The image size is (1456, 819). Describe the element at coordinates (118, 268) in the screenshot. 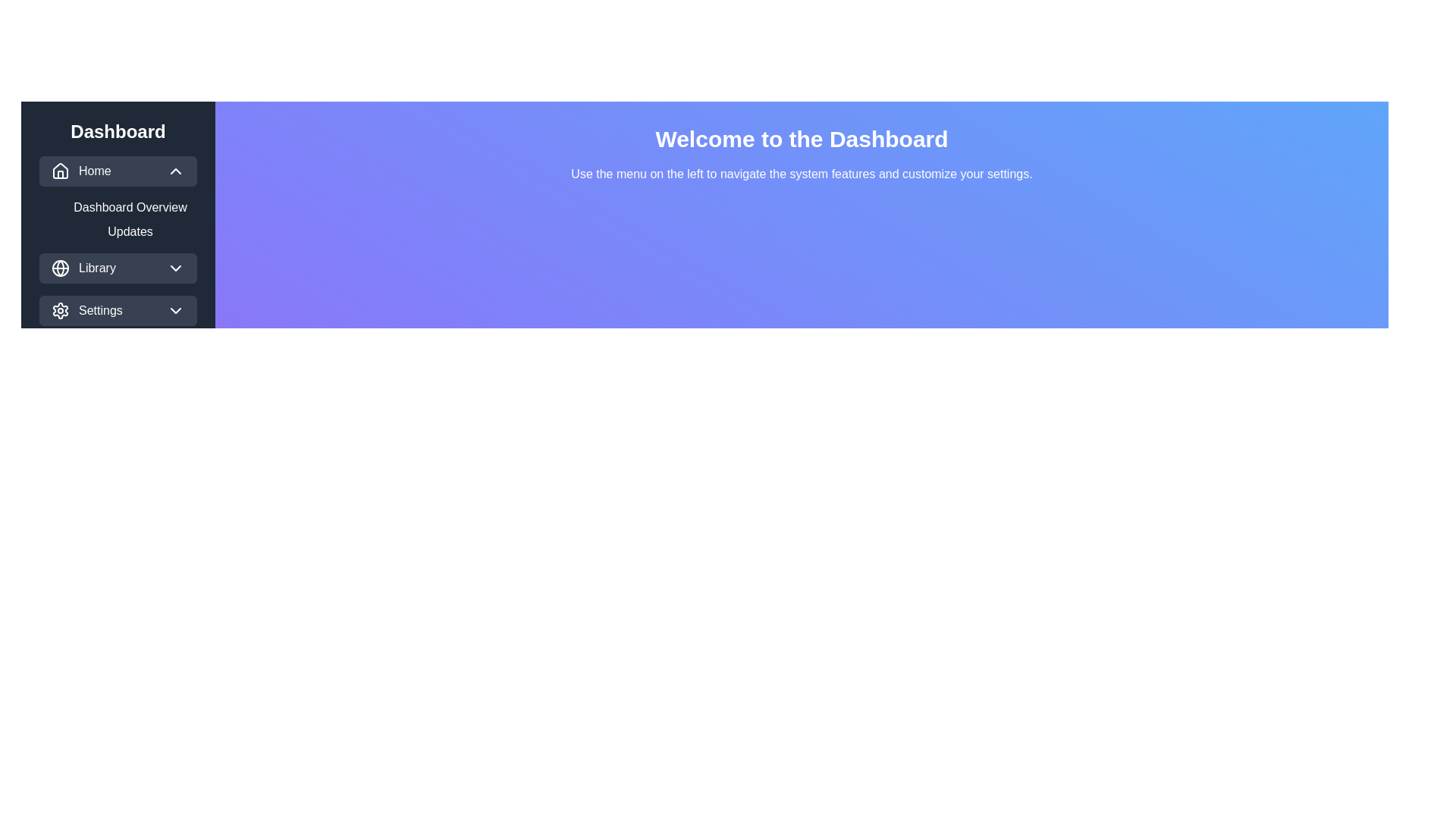

I see `the 'Library' button in the left-hand sidebar menu` at that location.